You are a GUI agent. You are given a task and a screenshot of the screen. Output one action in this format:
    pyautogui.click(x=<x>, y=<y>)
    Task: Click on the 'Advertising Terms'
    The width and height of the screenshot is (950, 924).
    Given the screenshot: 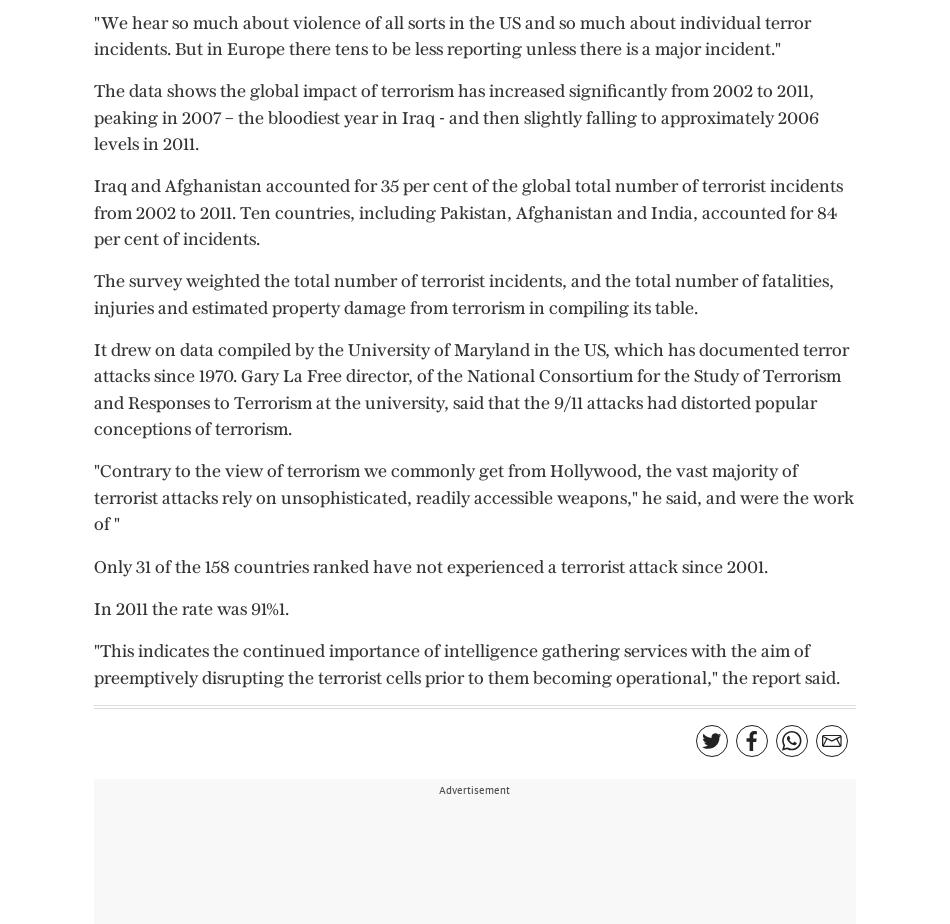 What is the action you would take?
    pyautogui.click(x=66, y=70)
    